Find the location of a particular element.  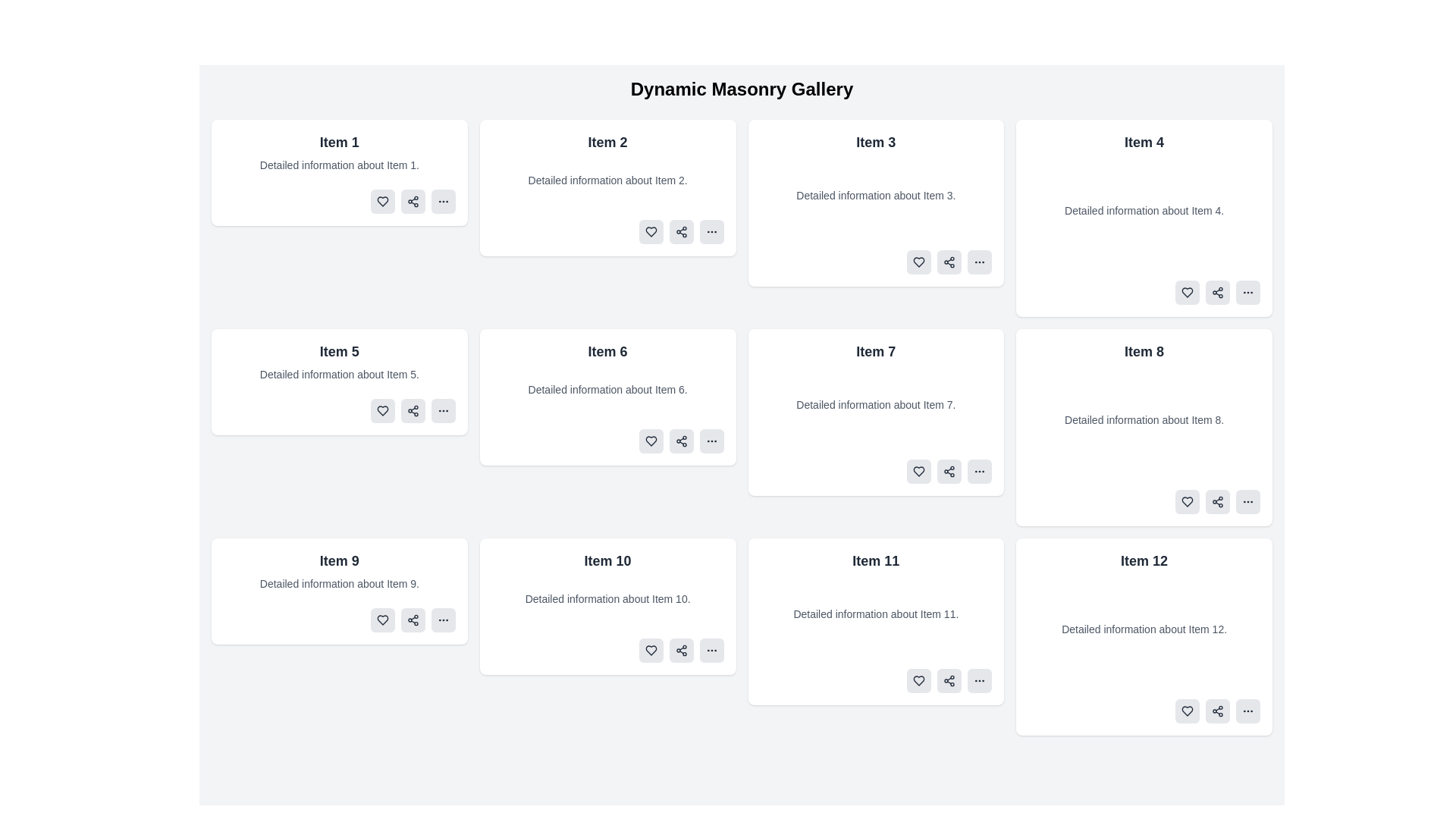

the heart icon located in the bottom-left corner of the 'Item 5' card to like or favorite the item is located at coordinates (382, 411).